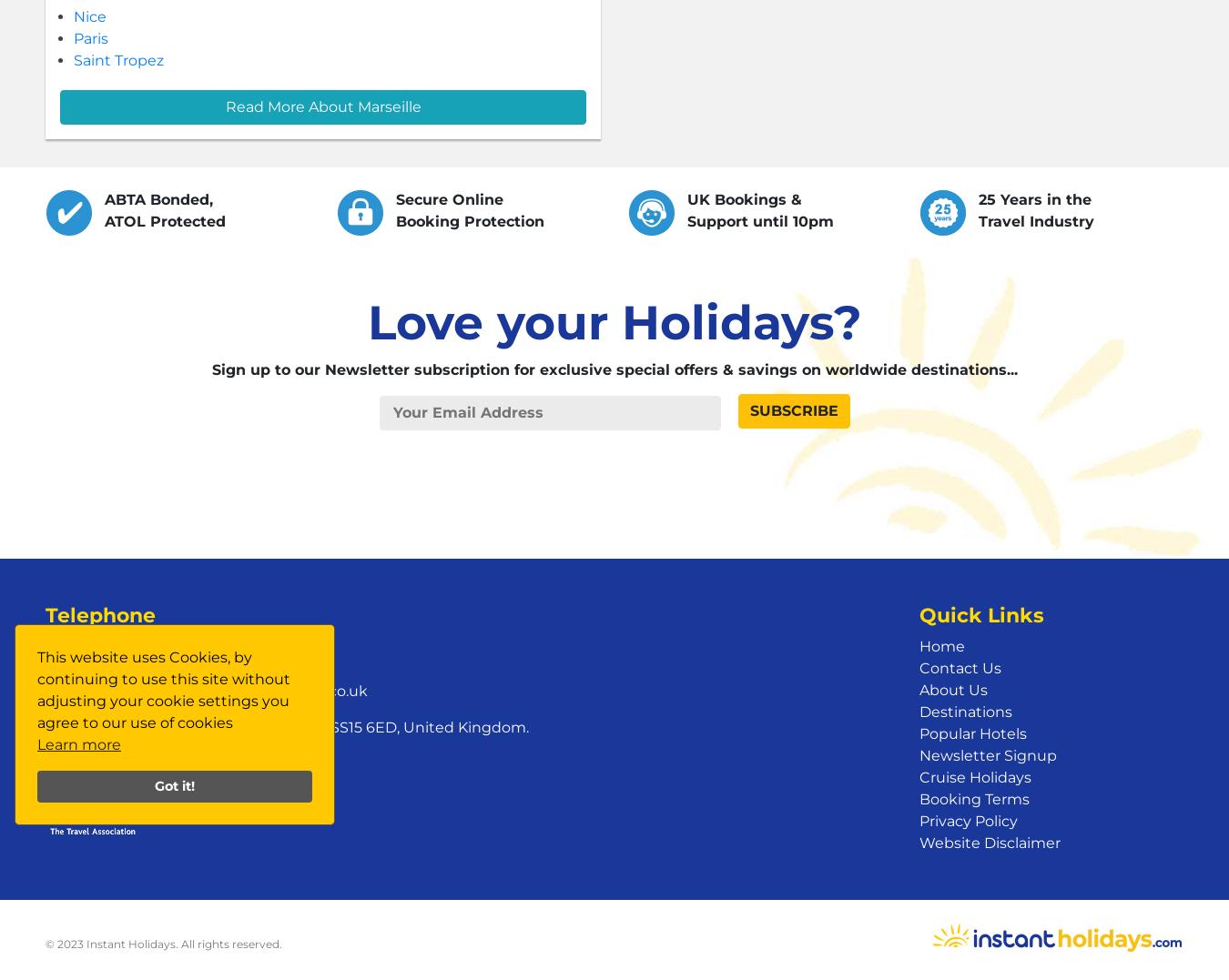  What do you see at coordinates (686, 199) in the screenshot?
I see `'UK Bookings &'` at bounding box center [686, 199].